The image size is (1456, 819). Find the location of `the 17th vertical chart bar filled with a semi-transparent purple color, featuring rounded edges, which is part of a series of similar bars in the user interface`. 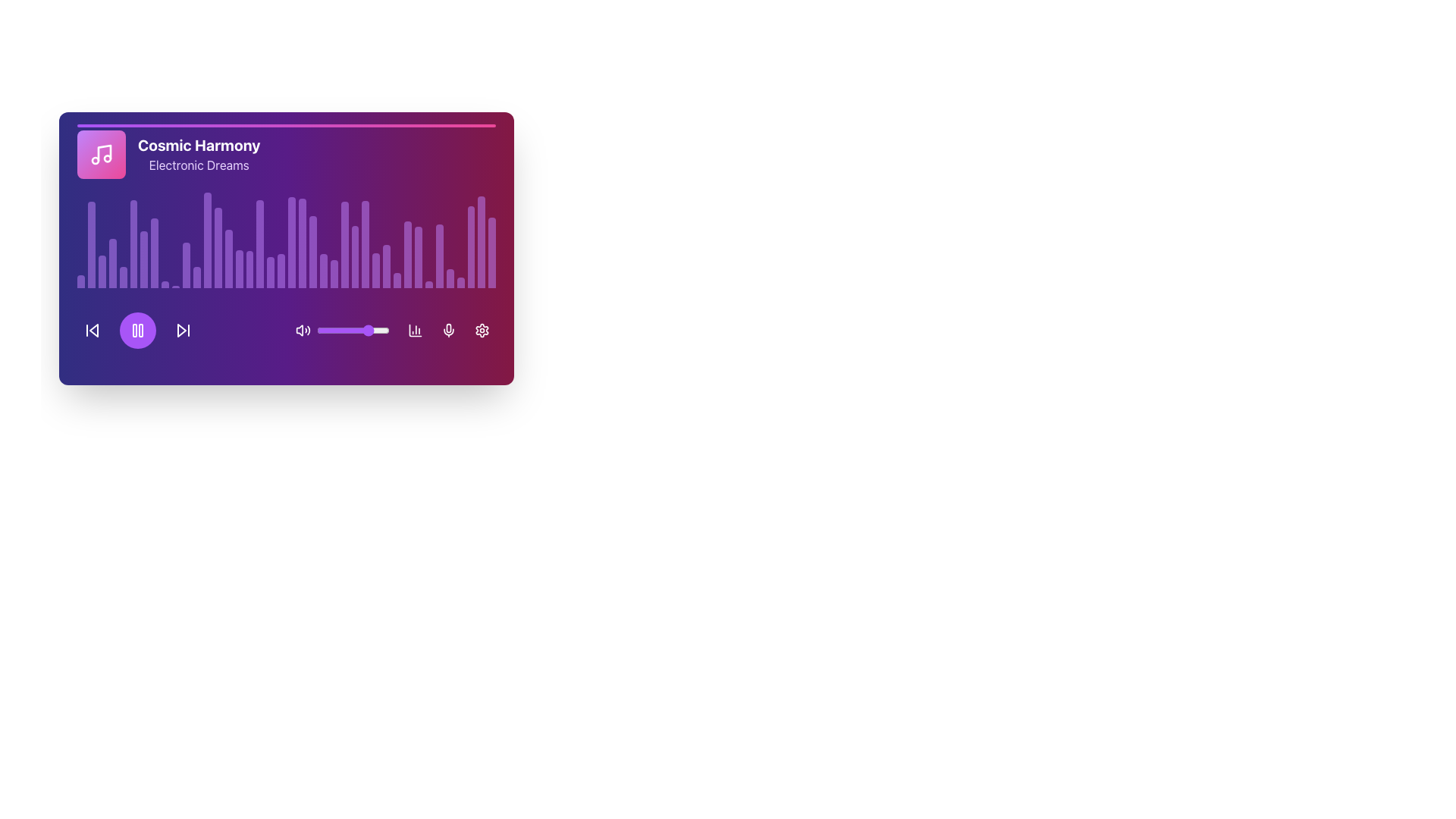

the 17th vertical chart bar filled with a semi-transparent purple color, featuring rounded edges, which is part of a series of similar bars in the user interface is located at coordinates (249, 268).